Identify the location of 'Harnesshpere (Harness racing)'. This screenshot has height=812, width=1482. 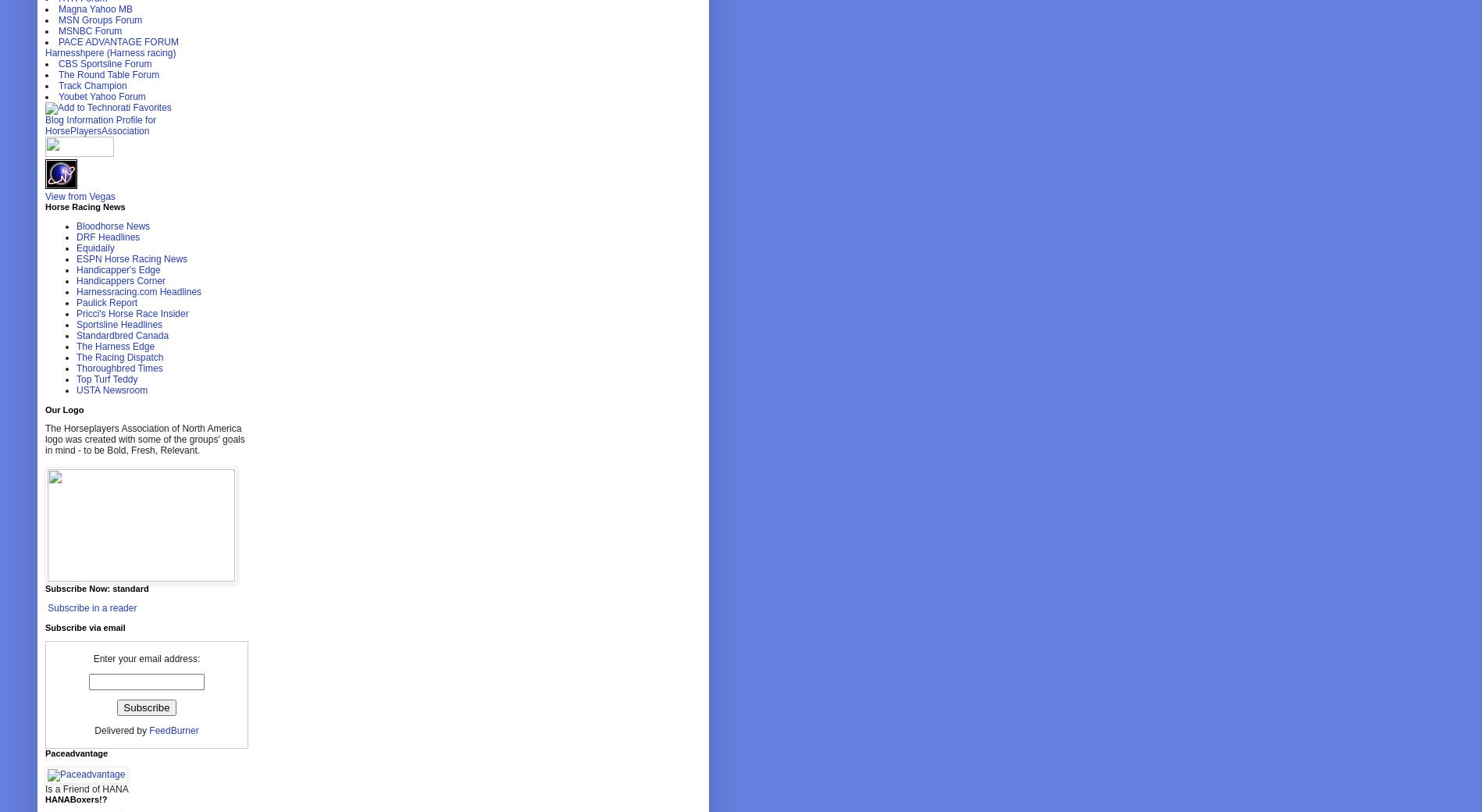
(110, 52).